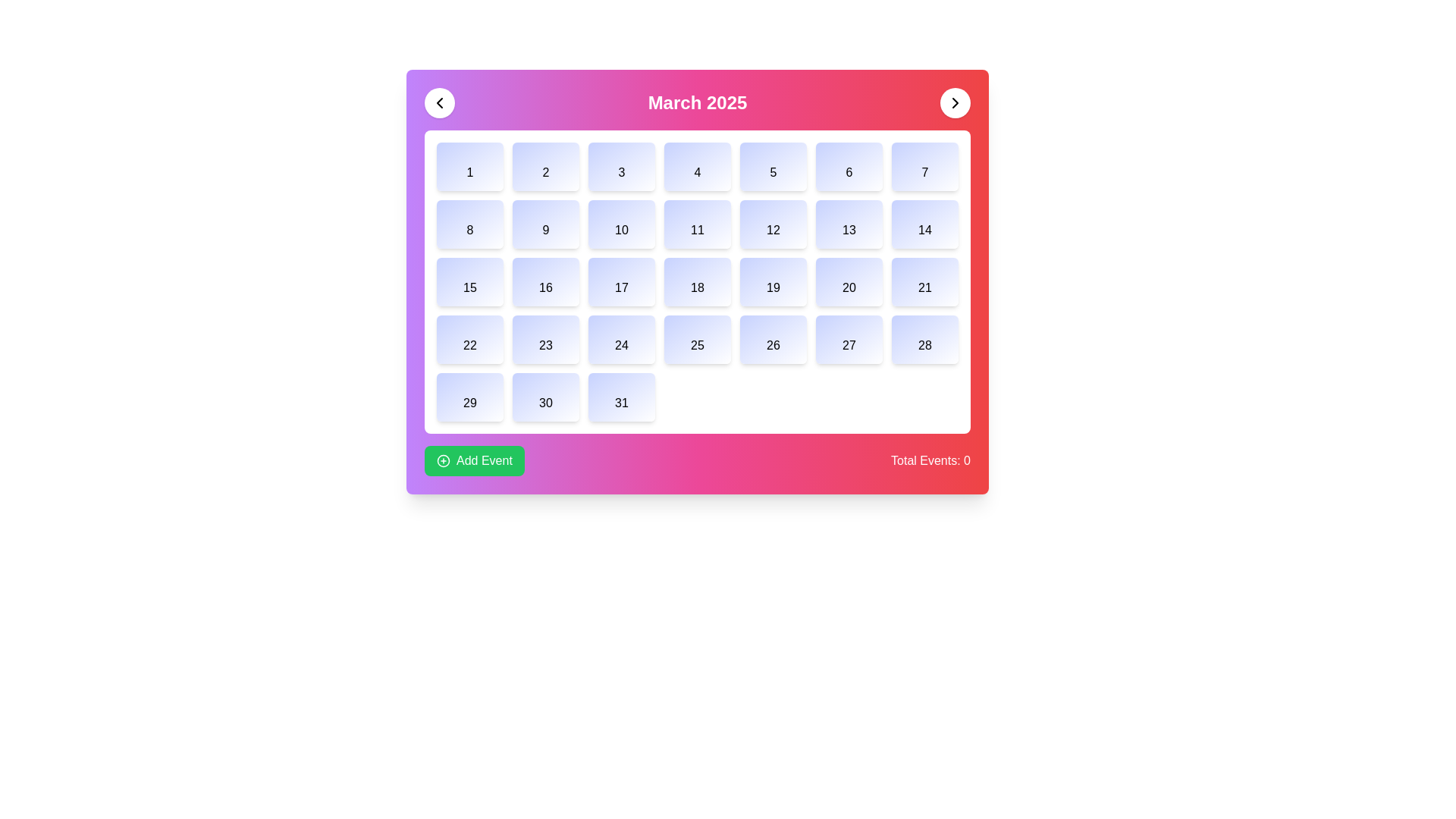 The image size is (1456, 819). What do you see at coordinates (439, 102) in the screenshot?
I see `the Chevron Left icon` at bounding box center [439, 102].